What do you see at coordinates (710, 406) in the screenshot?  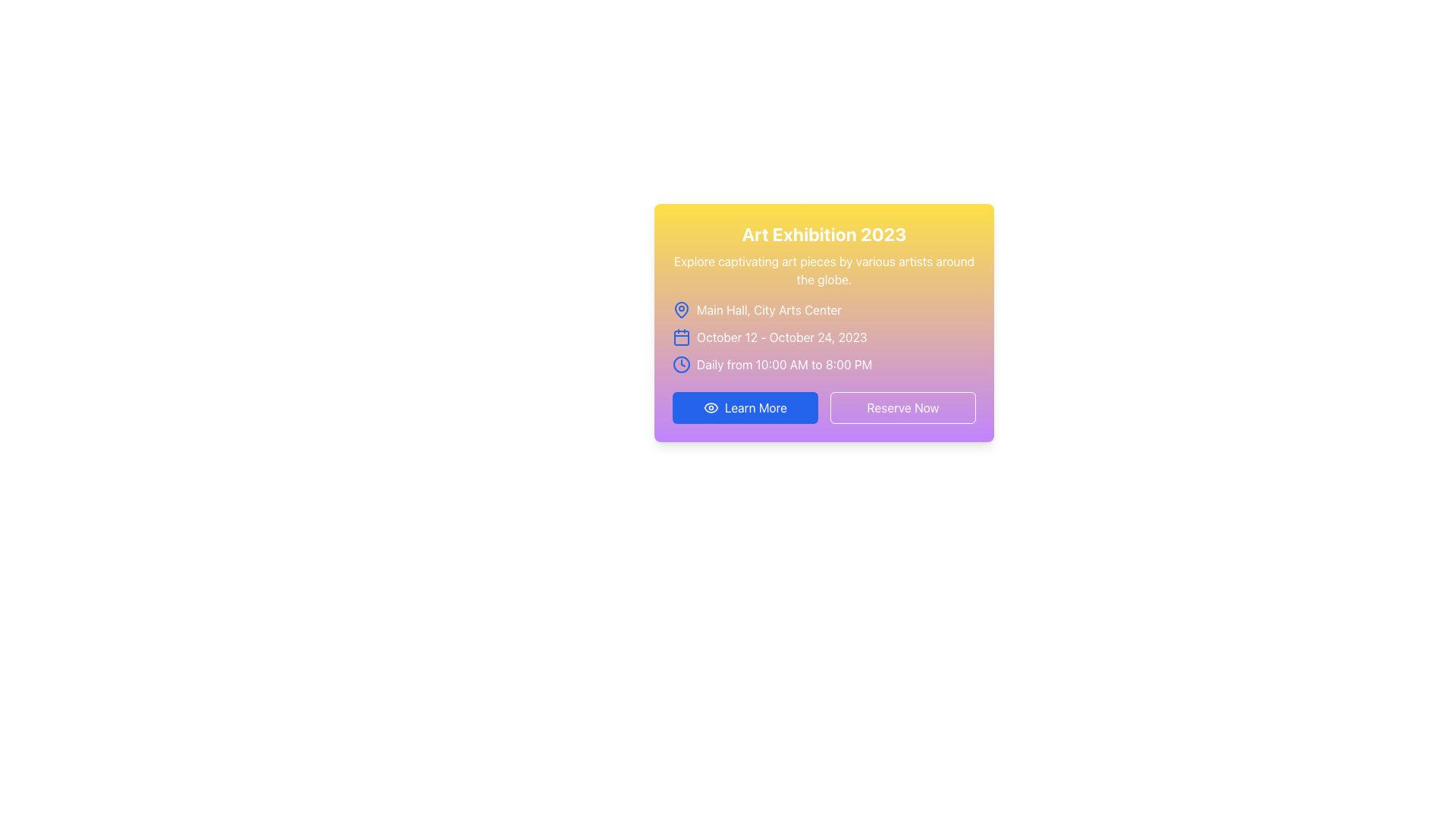 I see `the 'Learn More' button which contains the eye-shaped icon on its left side` at bounding box center [710, 406].